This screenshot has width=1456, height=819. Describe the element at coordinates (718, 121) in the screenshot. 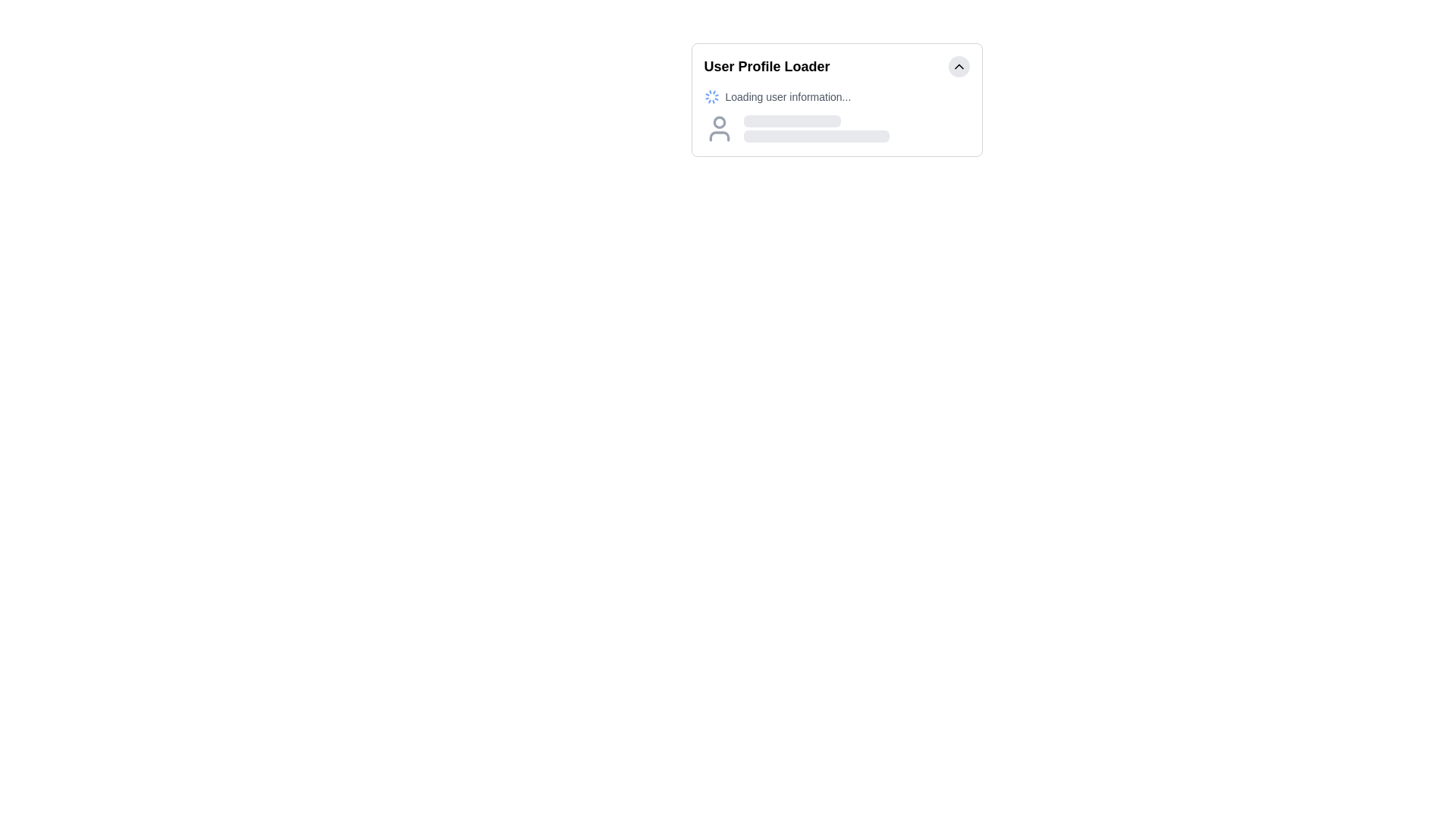

I see `the circular icon element that represents the head section of the user profile icon within the SVG in the 'User Profile Loader' interface` at that location.